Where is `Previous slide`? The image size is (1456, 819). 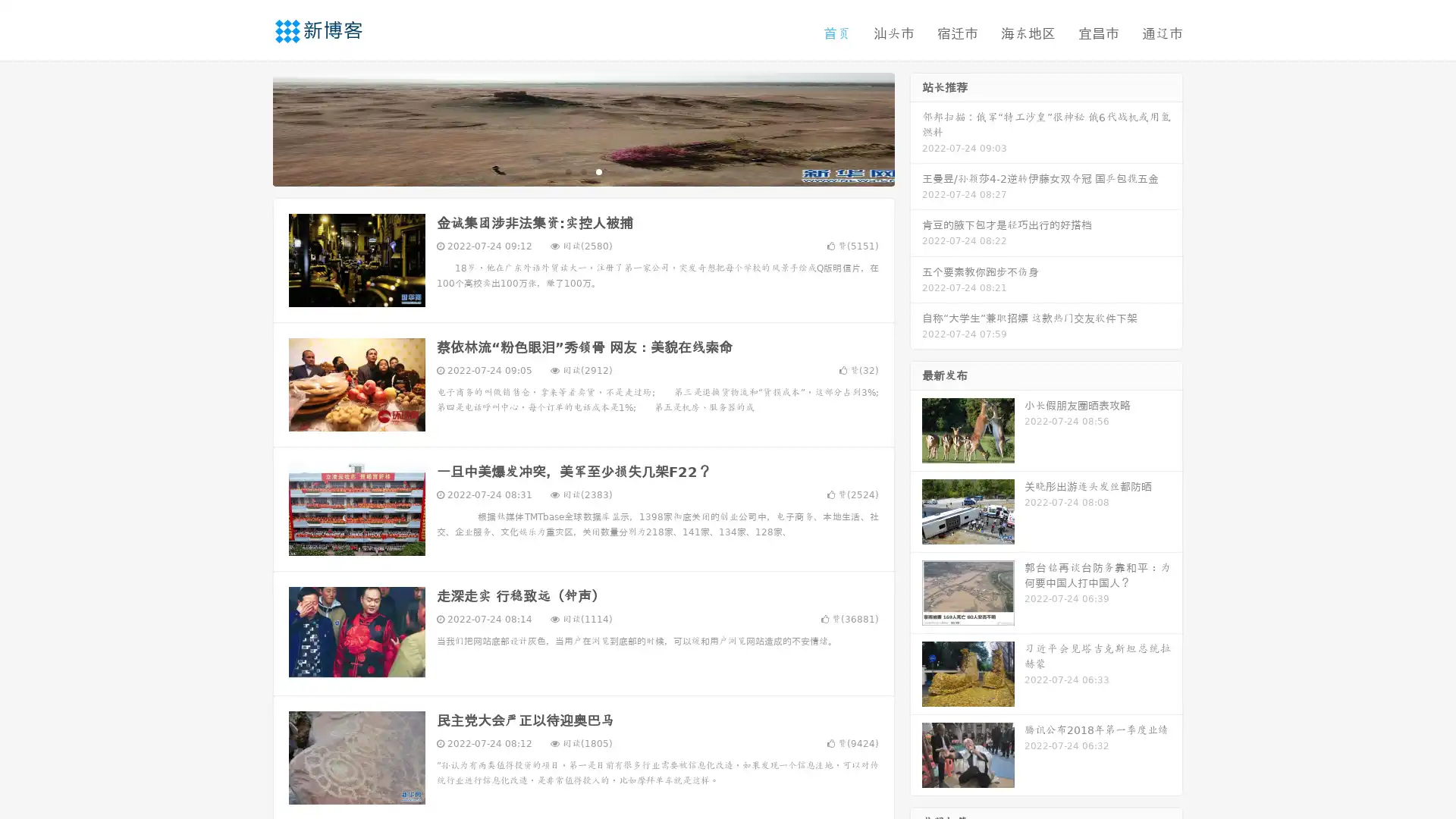
Previous slide is located at coordinates (250, 127).